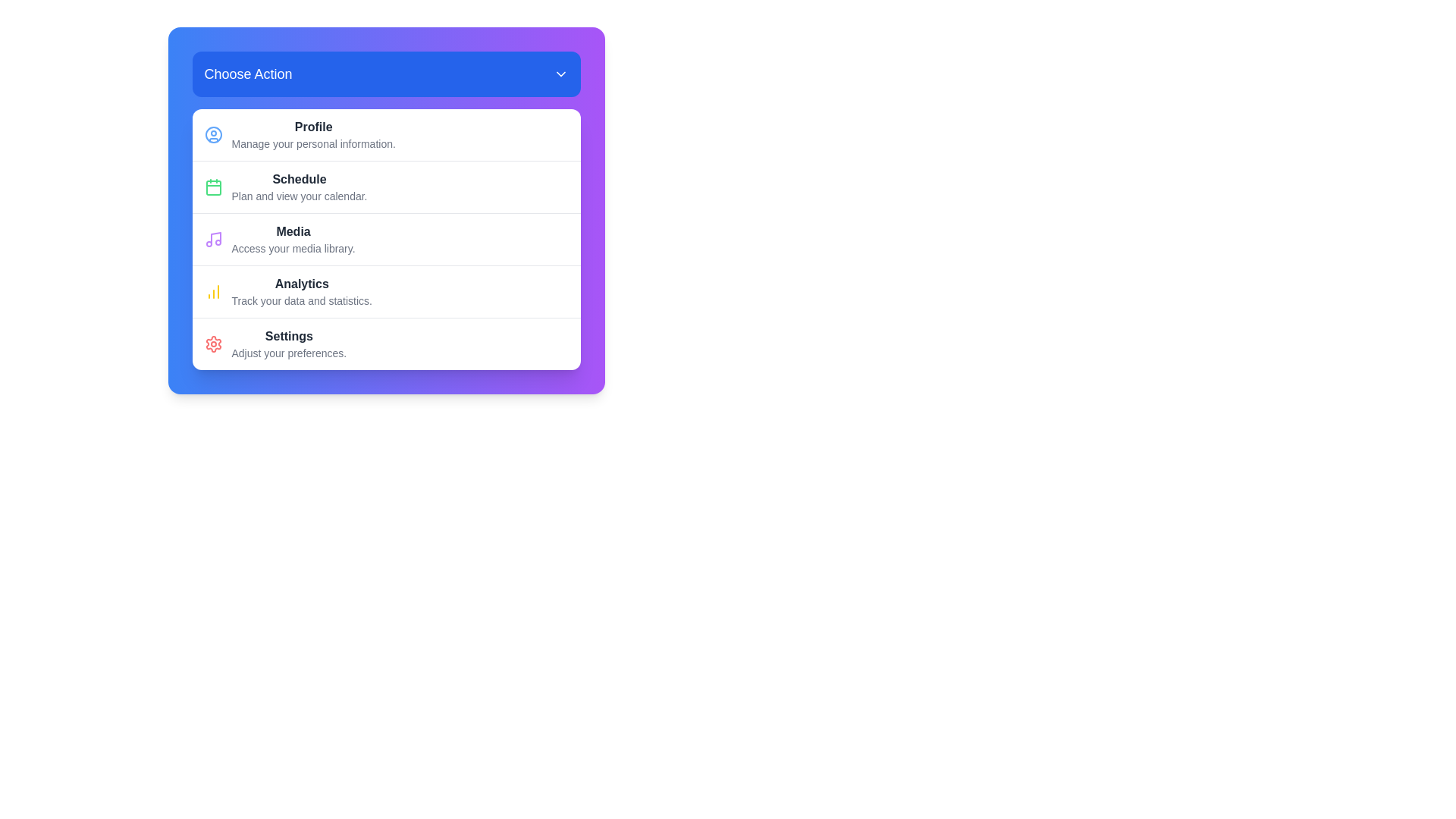 The width and height of the screenshot is (1456, 819). Describe the element at coordinates (212, 344) in the screenshot. I see `the red gear icon located next to the 'Settings' item in the bottom right section of the interface` at that location.